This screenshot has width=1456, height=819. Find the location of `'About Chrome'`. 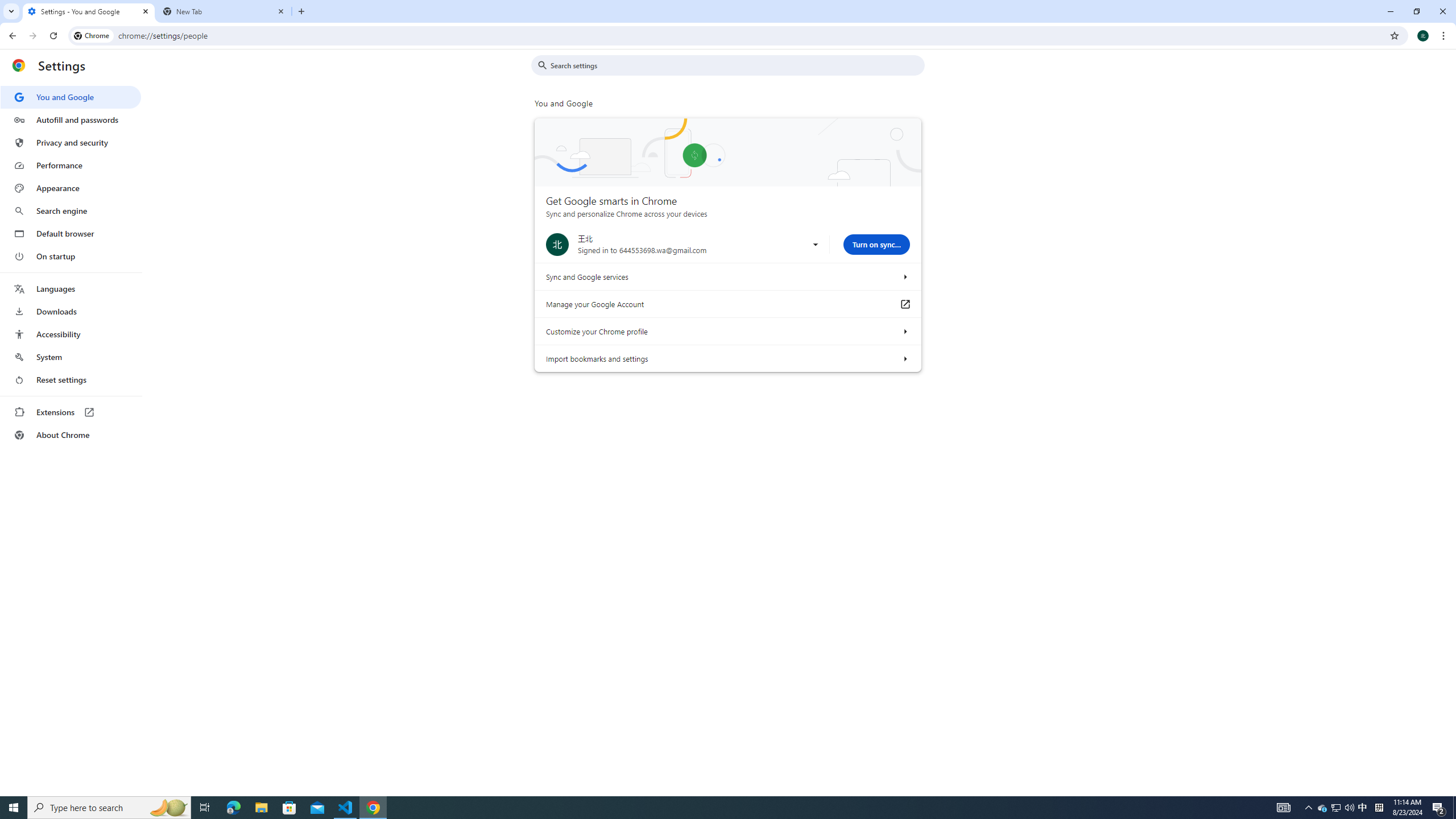

'About Chrome' is located at coordinates (70, 434).